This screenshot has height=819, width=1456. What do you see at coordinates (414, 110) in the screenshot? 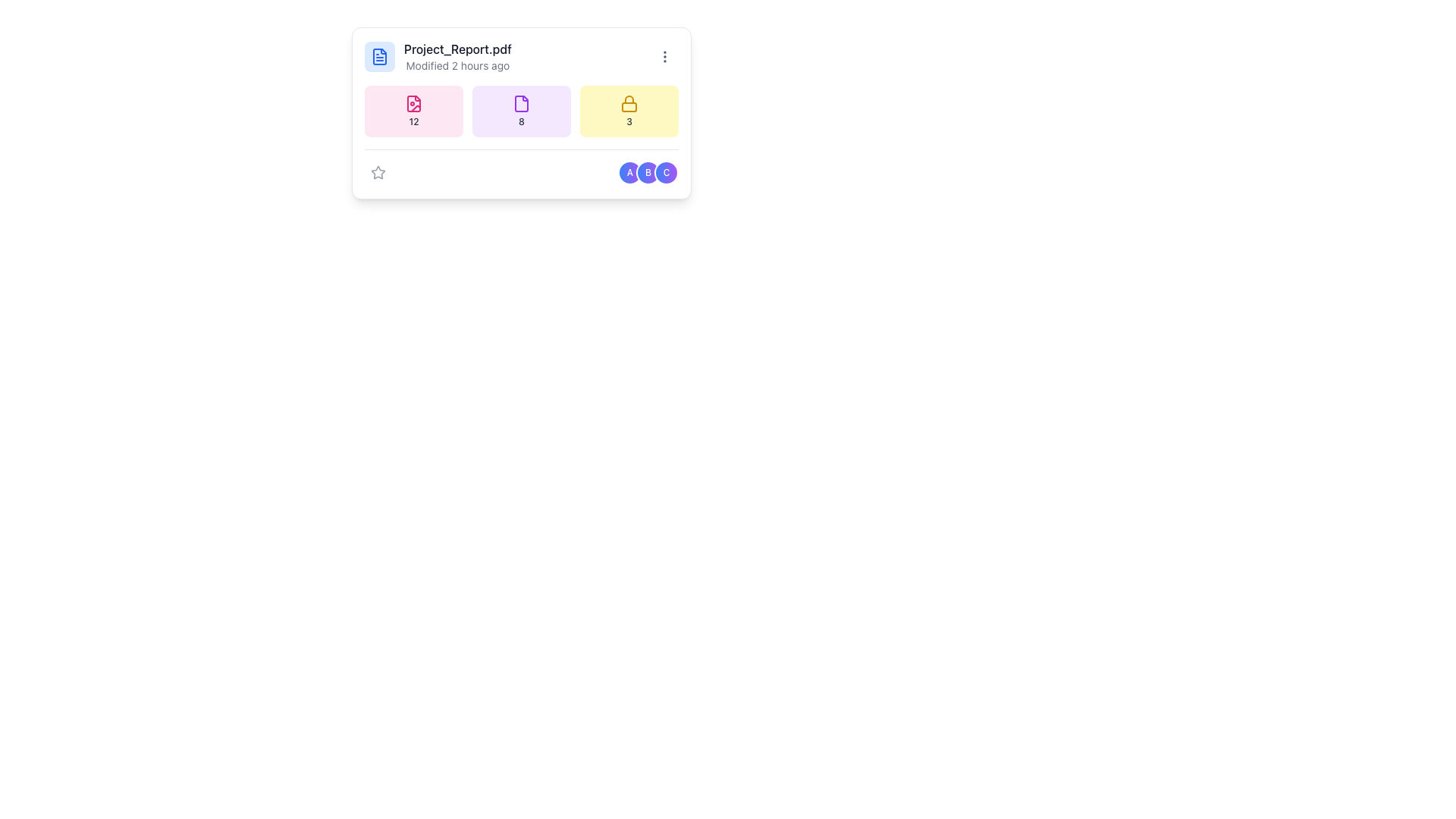
I see `the category tile labeled 'Images' with the item count '12'` at bounding box center [414, 110].